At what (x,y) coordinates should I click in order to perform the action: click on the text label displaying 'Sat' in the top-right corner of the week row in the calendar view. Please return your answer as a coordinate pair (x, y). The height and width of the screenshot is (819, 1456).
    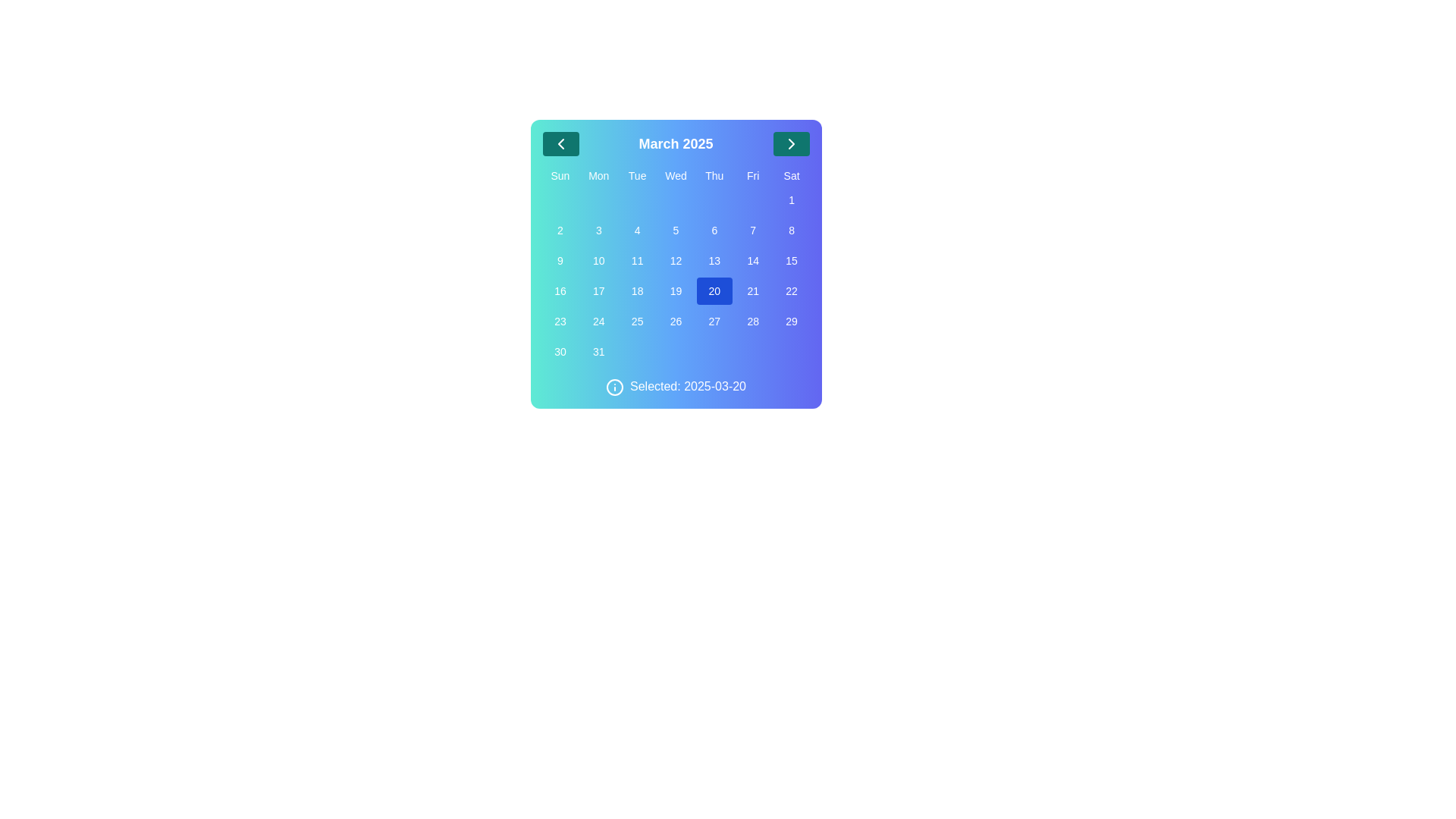
    Looking at the image, I should click on (791, 174).